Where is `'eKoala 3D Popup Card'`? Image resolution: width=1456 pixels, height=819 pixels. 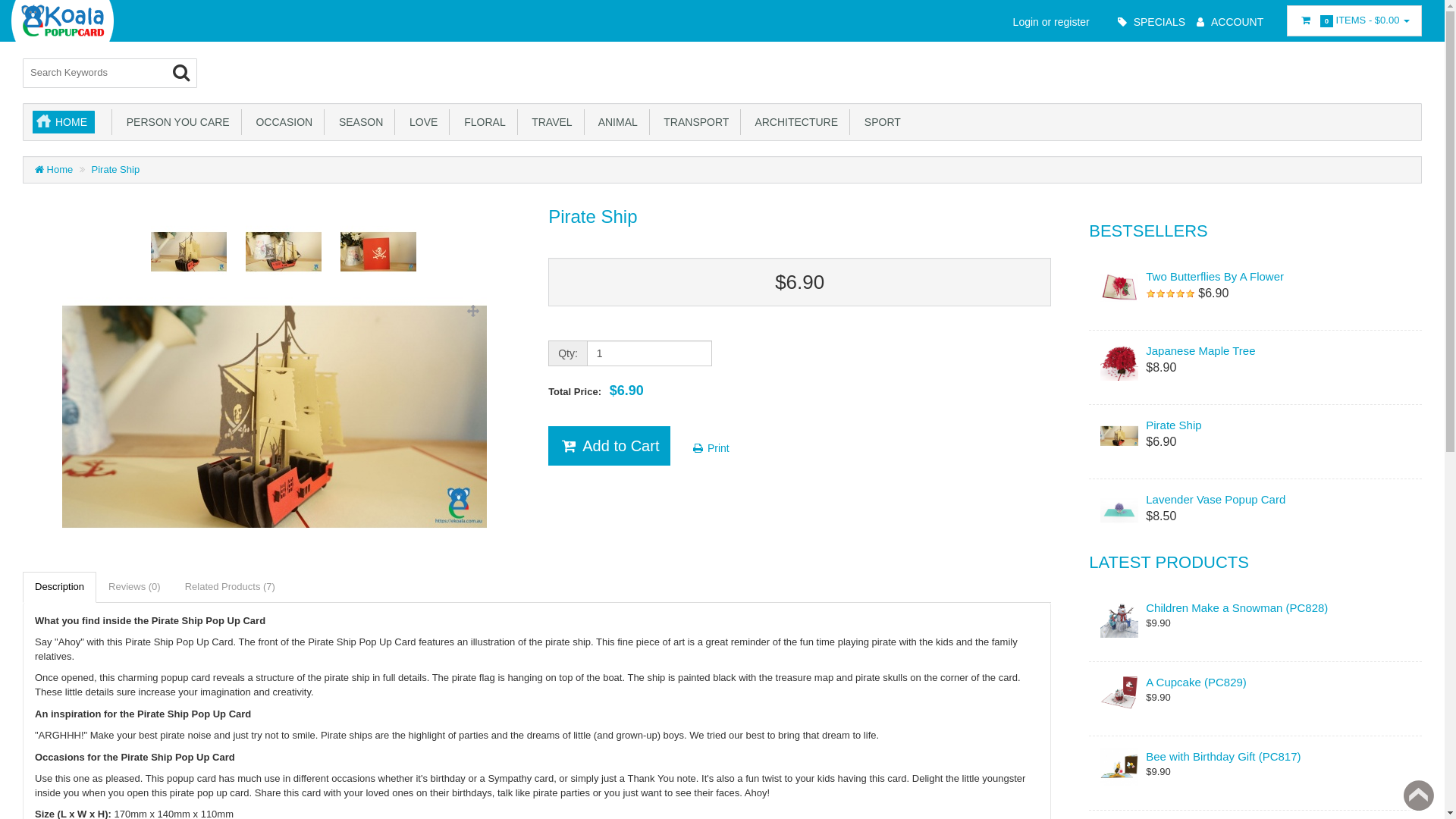 'eKoala 3D Popup Card' is located at coordinates (61, 20).